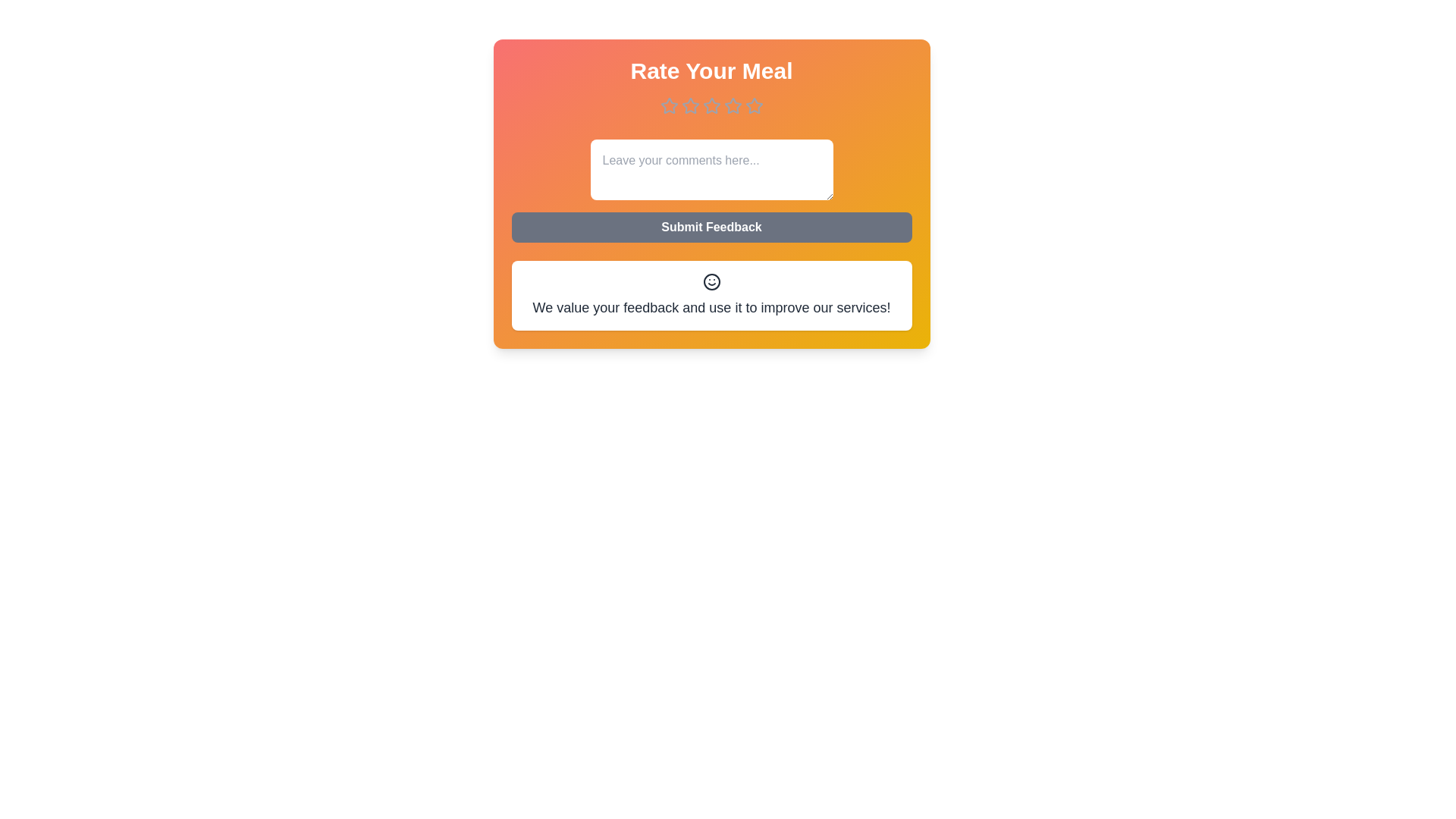  What do you see at coordinates (689, 105) in the screenshot?
I see `the meal rating to 2 stars by clicking on the corresponding star` at bounding box center [689, 105].